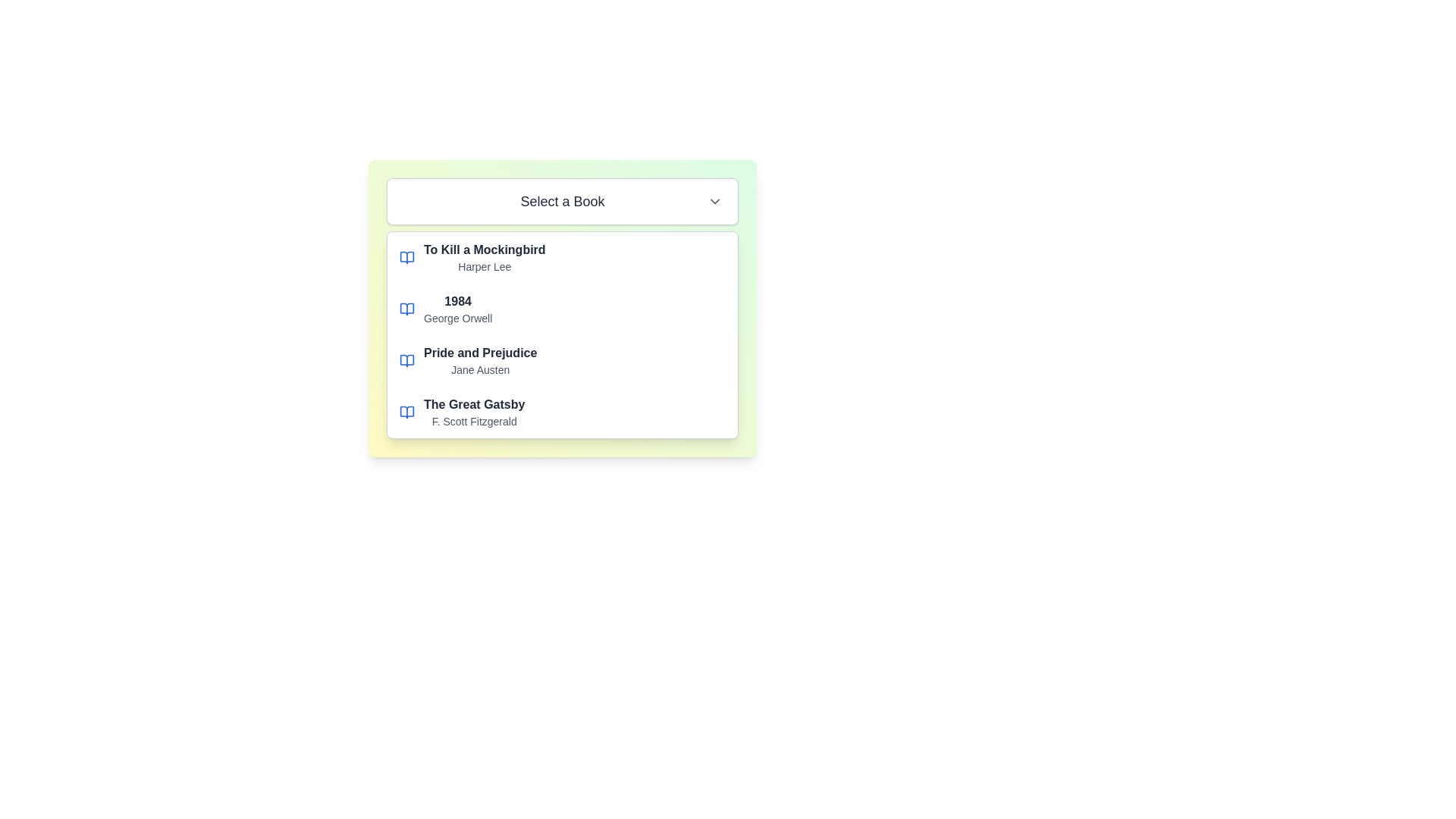 Image resolution: width=1456 pixels, height=819 pixels. Describe the element at coordinates (484, 256) in the screenshot. I see `the Text Display element showing the book title 'To Kill a Mockingbird'` at that location.